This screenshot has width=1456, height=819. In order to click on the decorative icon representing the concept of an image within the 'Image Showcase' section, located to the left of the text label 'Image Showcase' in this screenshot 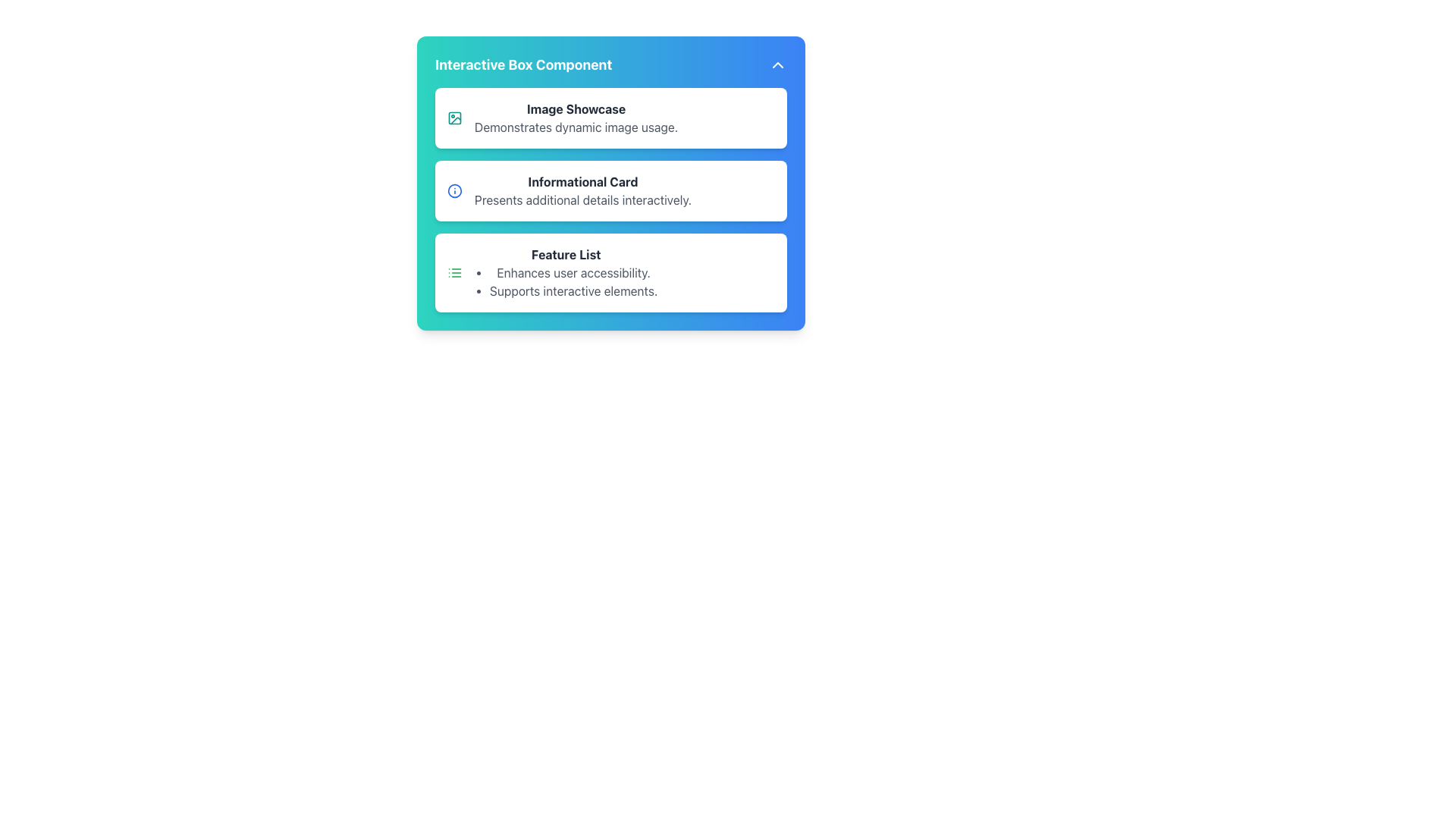, I will do `click(454, 117)`.